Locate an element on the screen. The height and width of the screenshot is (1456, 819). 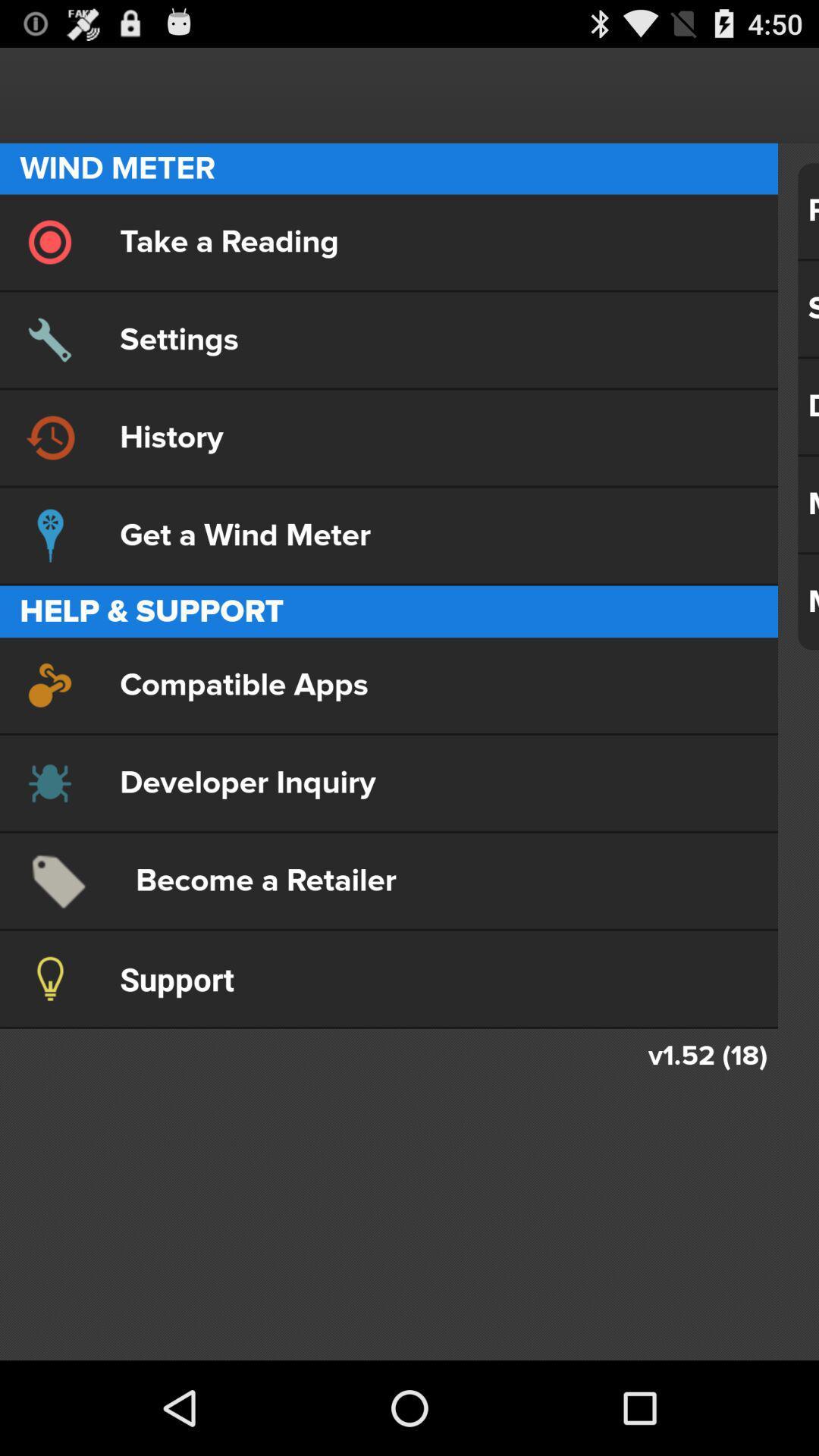
the get a wind item is located at coordinates (388, 535).